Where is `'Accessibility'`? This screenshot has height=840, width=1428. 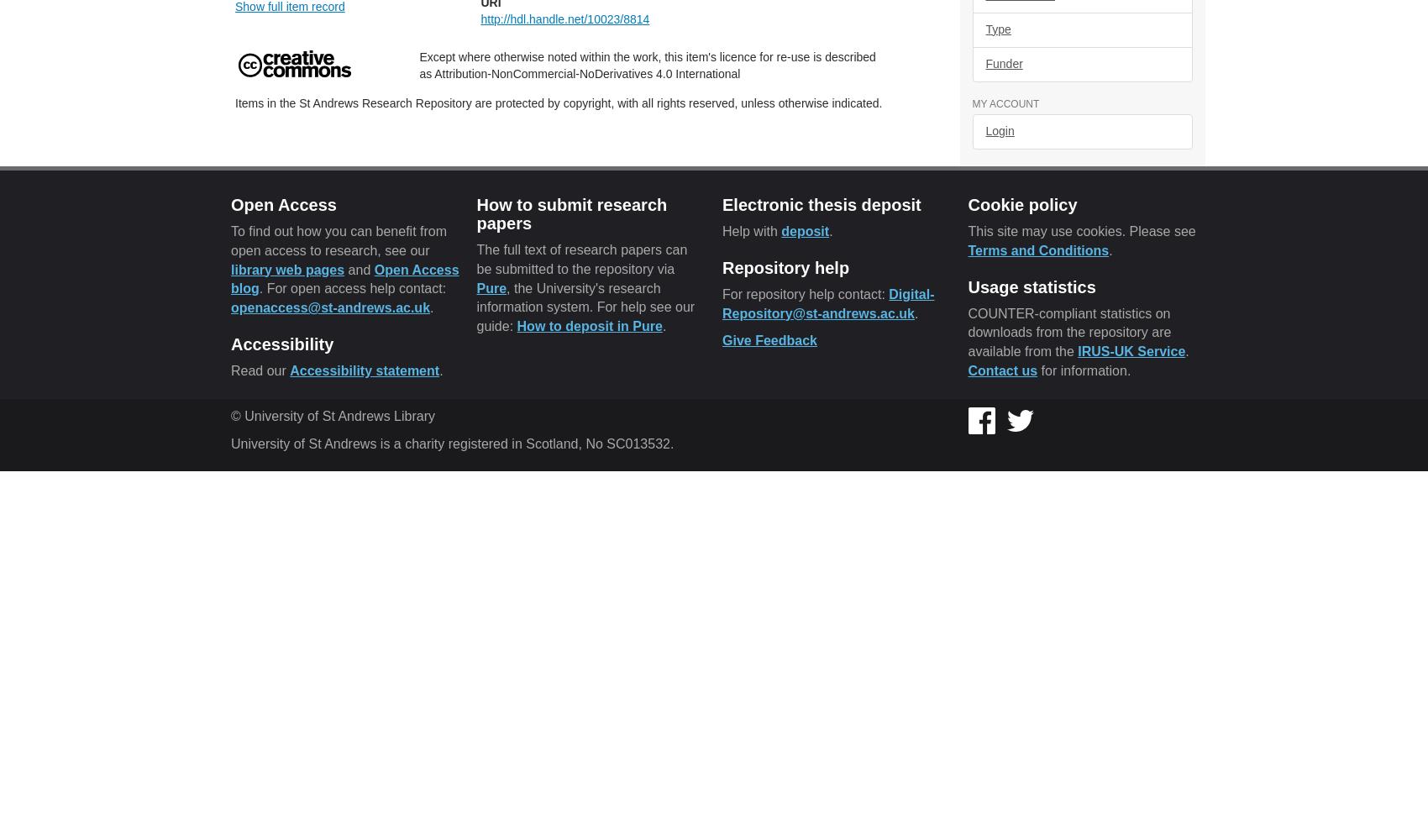 'Accessibility' is located at coordinates (281, 344).